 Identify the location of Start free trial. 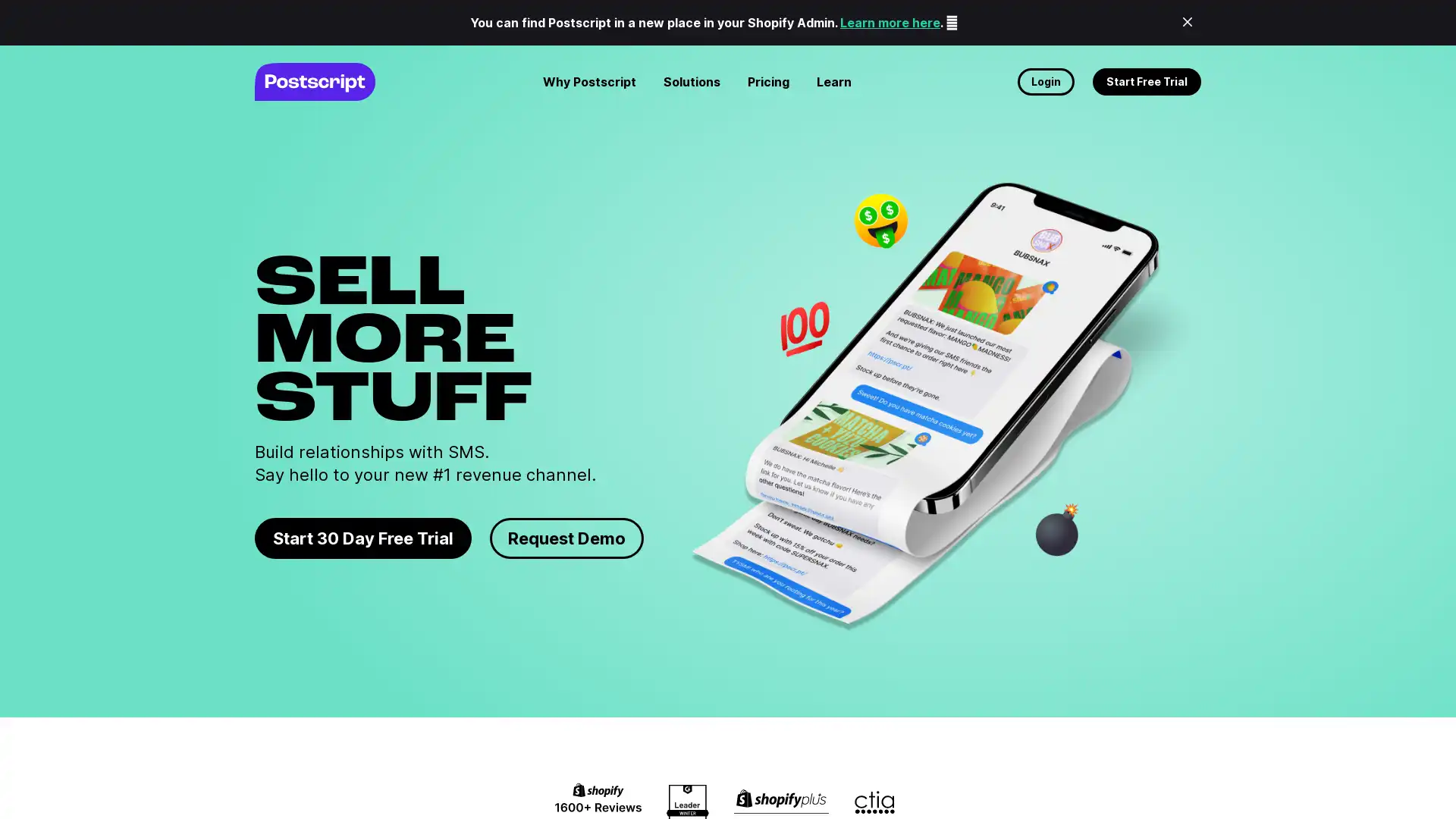
(1314, 693).